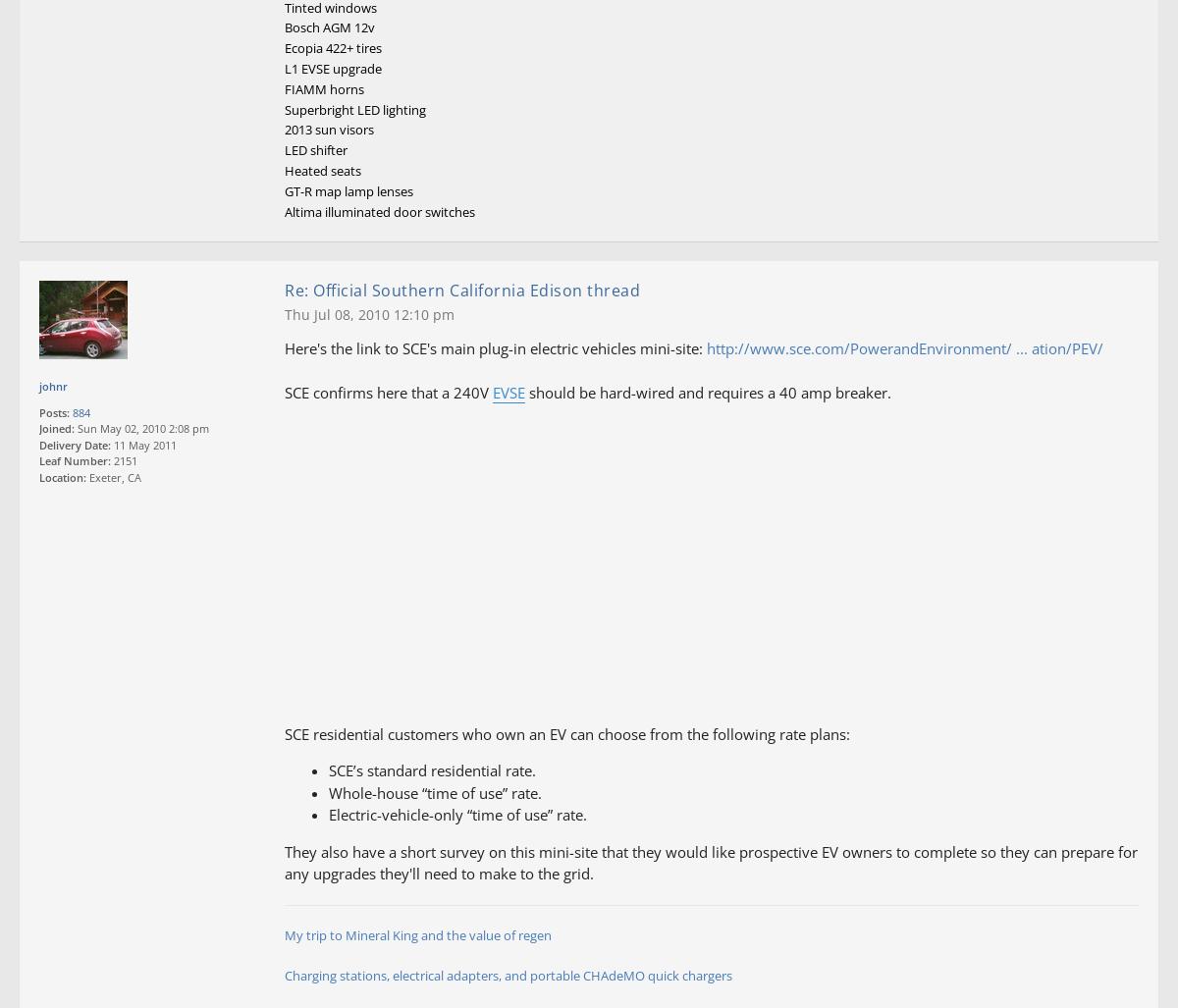  I want to click on 'GT-R map lamp lenses', so click(348, 189).